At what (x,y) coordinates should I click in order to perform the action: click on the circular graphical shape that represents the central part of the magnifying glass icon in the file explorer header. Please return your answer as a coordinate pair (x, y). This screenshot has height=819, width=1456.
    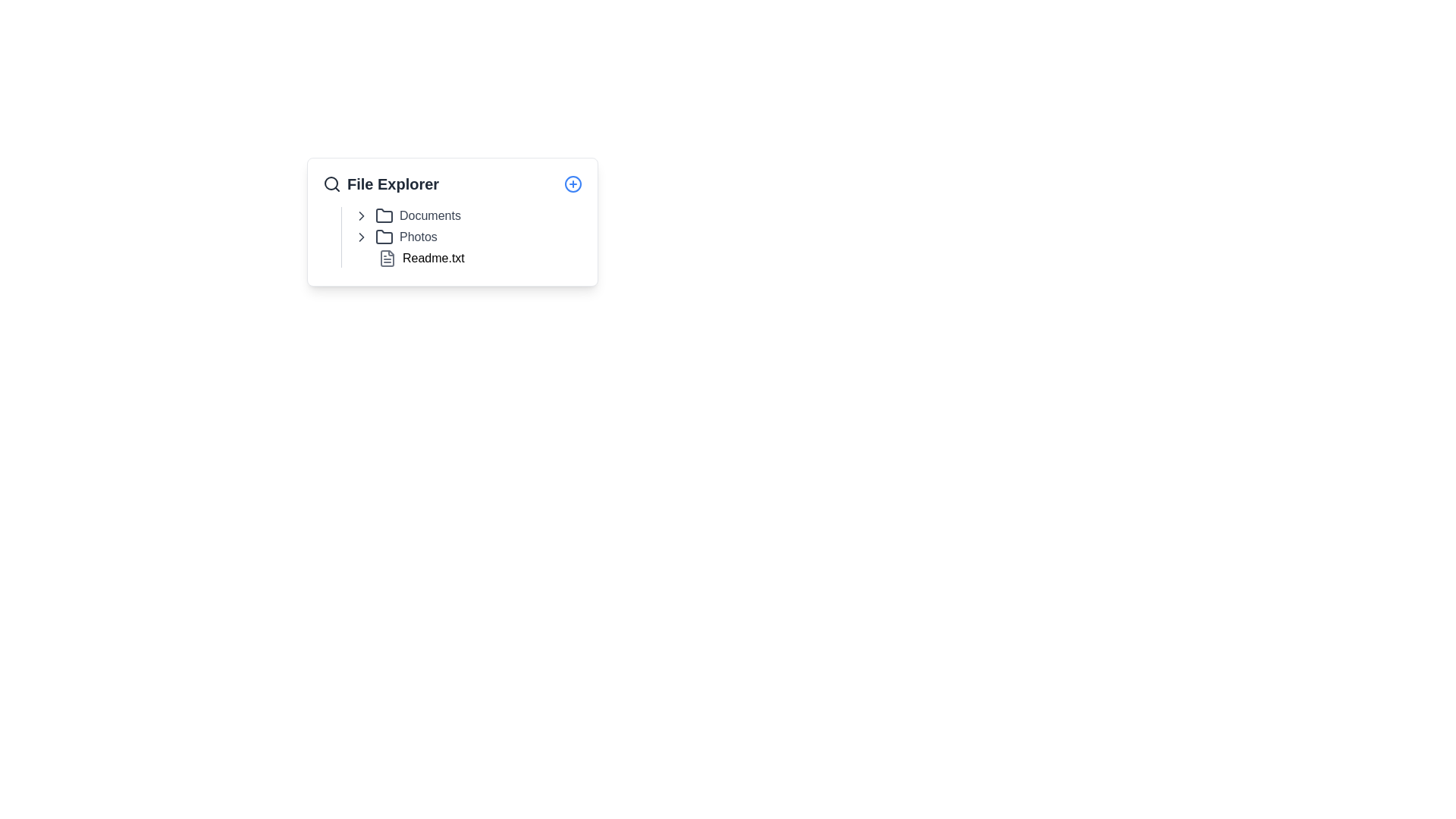
    Looking at the image, I should click on (330, 183).